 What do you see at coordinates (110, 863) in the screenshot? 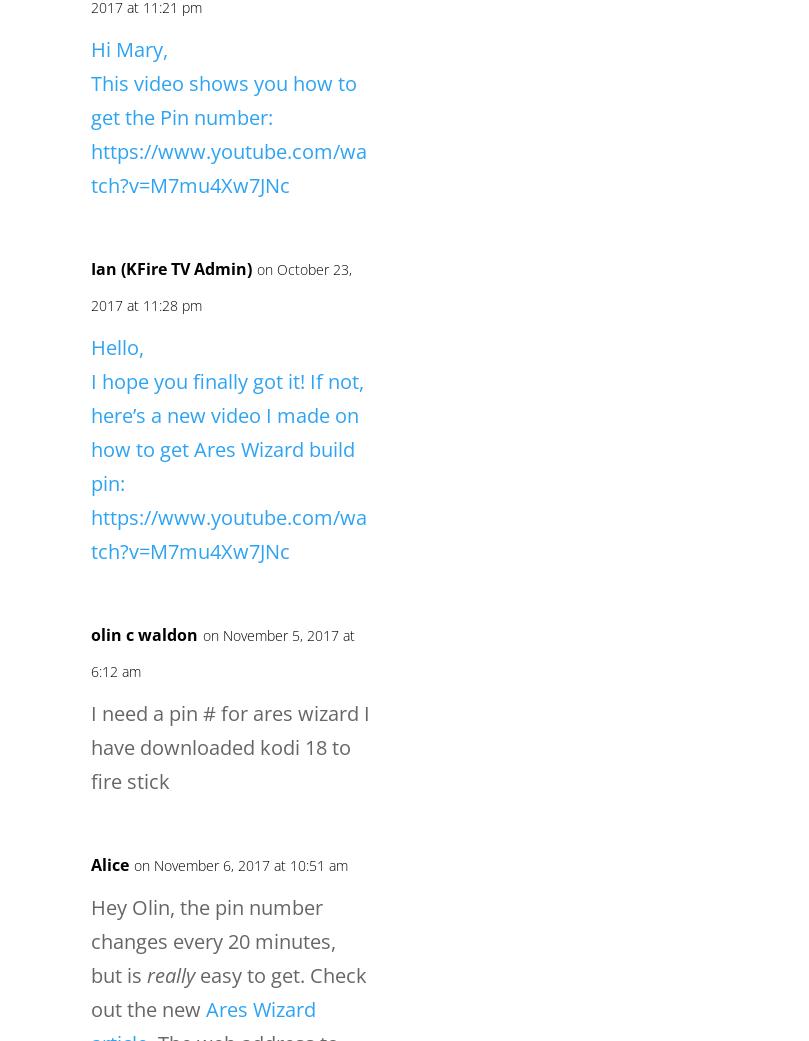
I see `'Alice'` at bounding box center [110, 863].